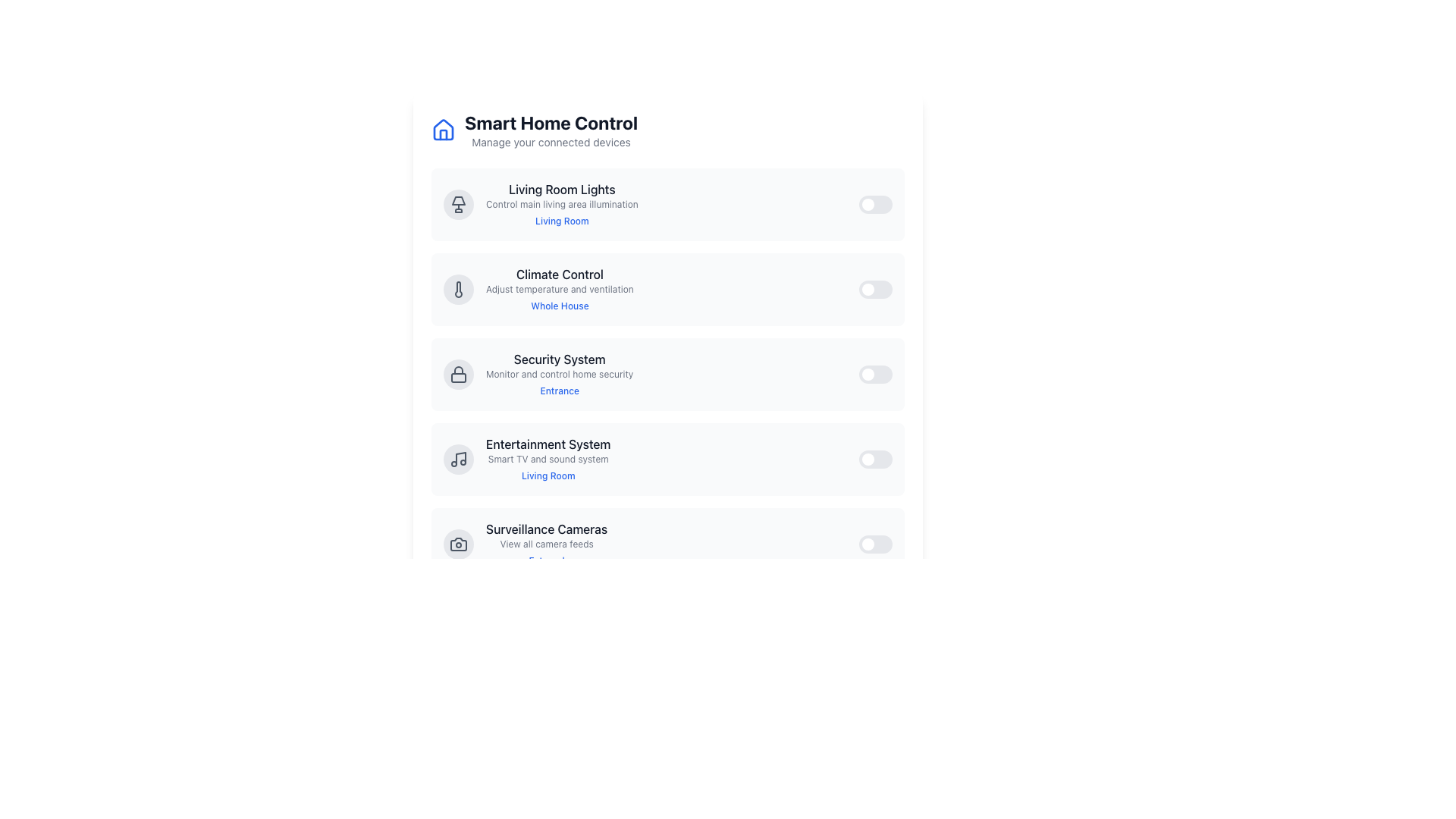  Describe the element at coordinates (457, 374) in the screenshot. I see `the lock icon, which is a security graphic symbol located in the middle-left area of the 'Security System' list item` at that location.